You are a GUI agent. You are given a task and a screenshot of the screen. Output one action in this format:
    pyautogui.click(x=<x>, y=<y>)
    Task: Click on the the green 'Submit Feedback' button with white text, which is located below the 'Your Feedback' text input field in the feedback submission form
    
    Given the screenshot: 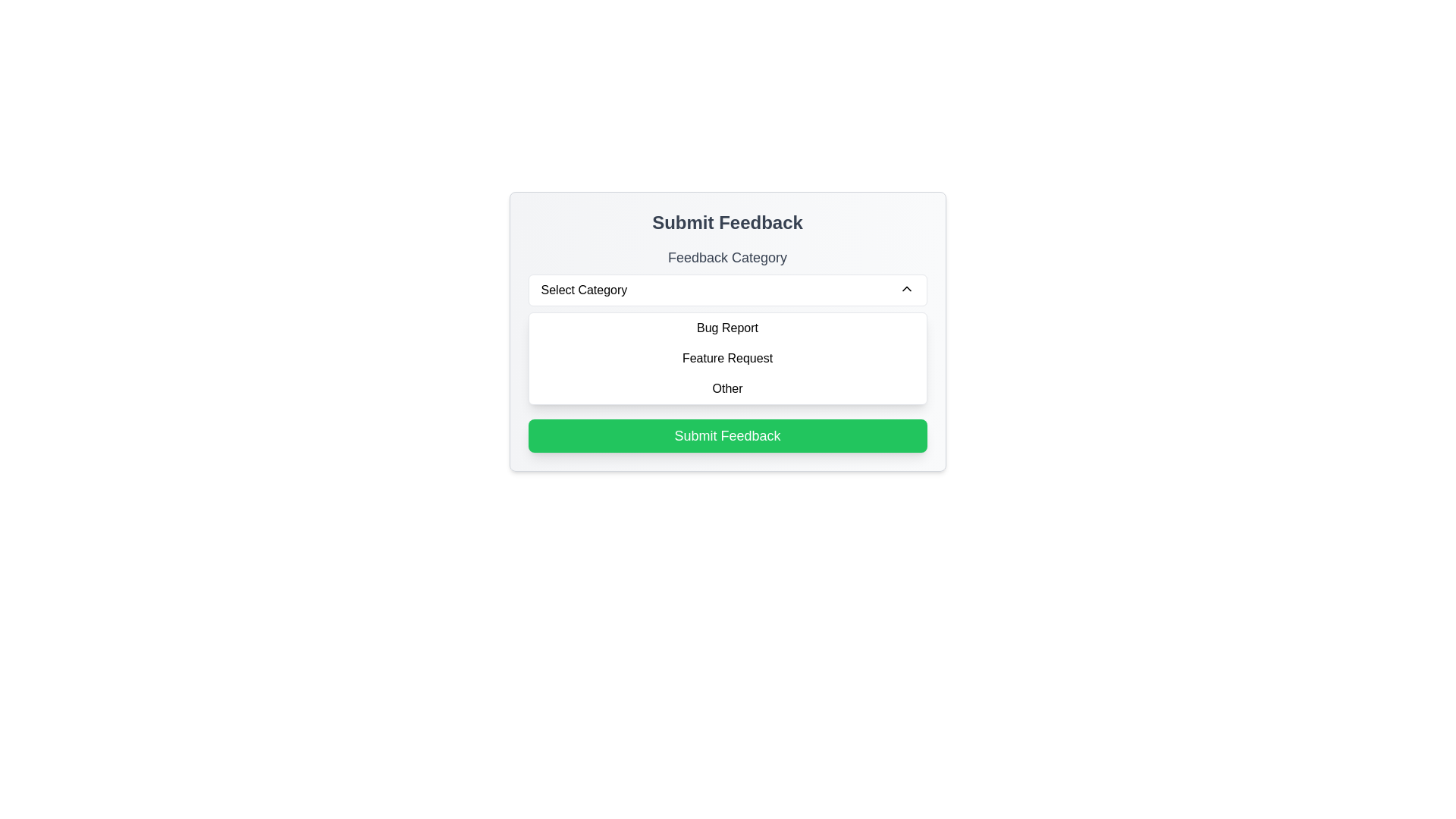 What is the action you would take?
    pyautogui.click(x=726, y=435)
    